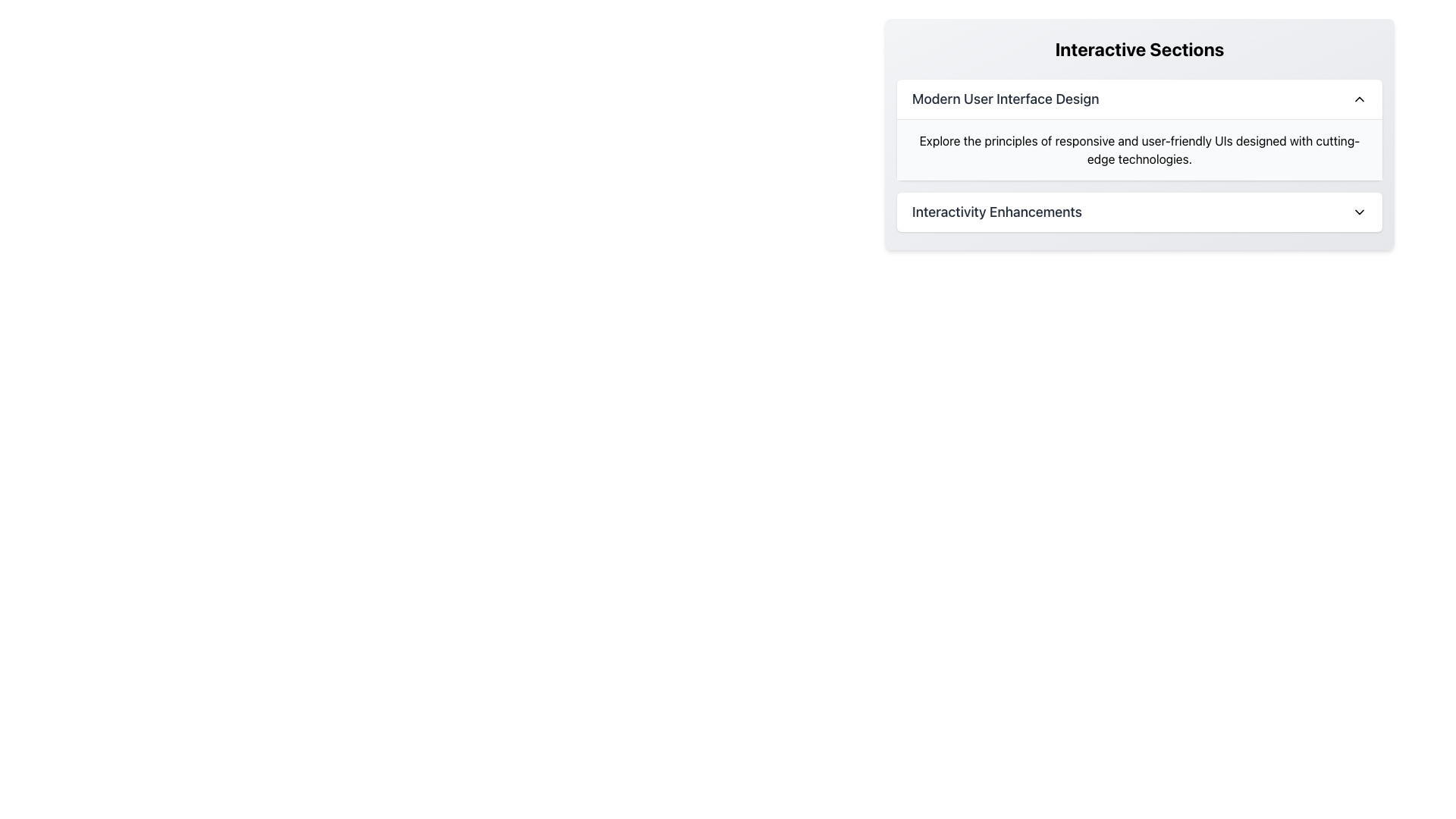  I want to click on the Text Content Section that describes user-friendly UIs and cutting-edge technologies, which is styled with a white background and rounded corners, located below the 'Modern User Interface Design' header, so click(1139, 129).